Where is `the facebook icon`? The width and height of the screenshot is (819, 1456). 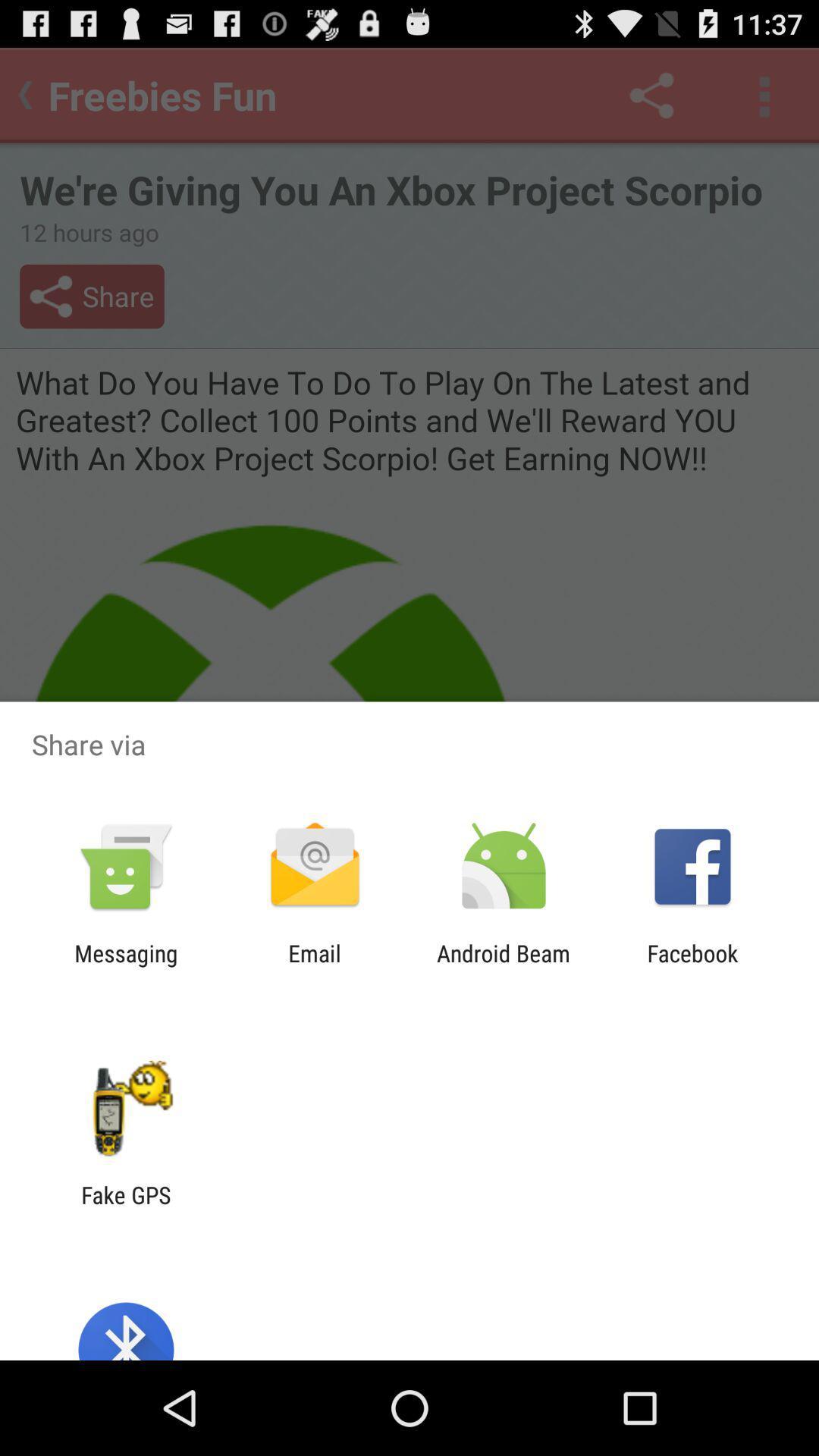 the facebook icon is located at coordinates (692, 966).